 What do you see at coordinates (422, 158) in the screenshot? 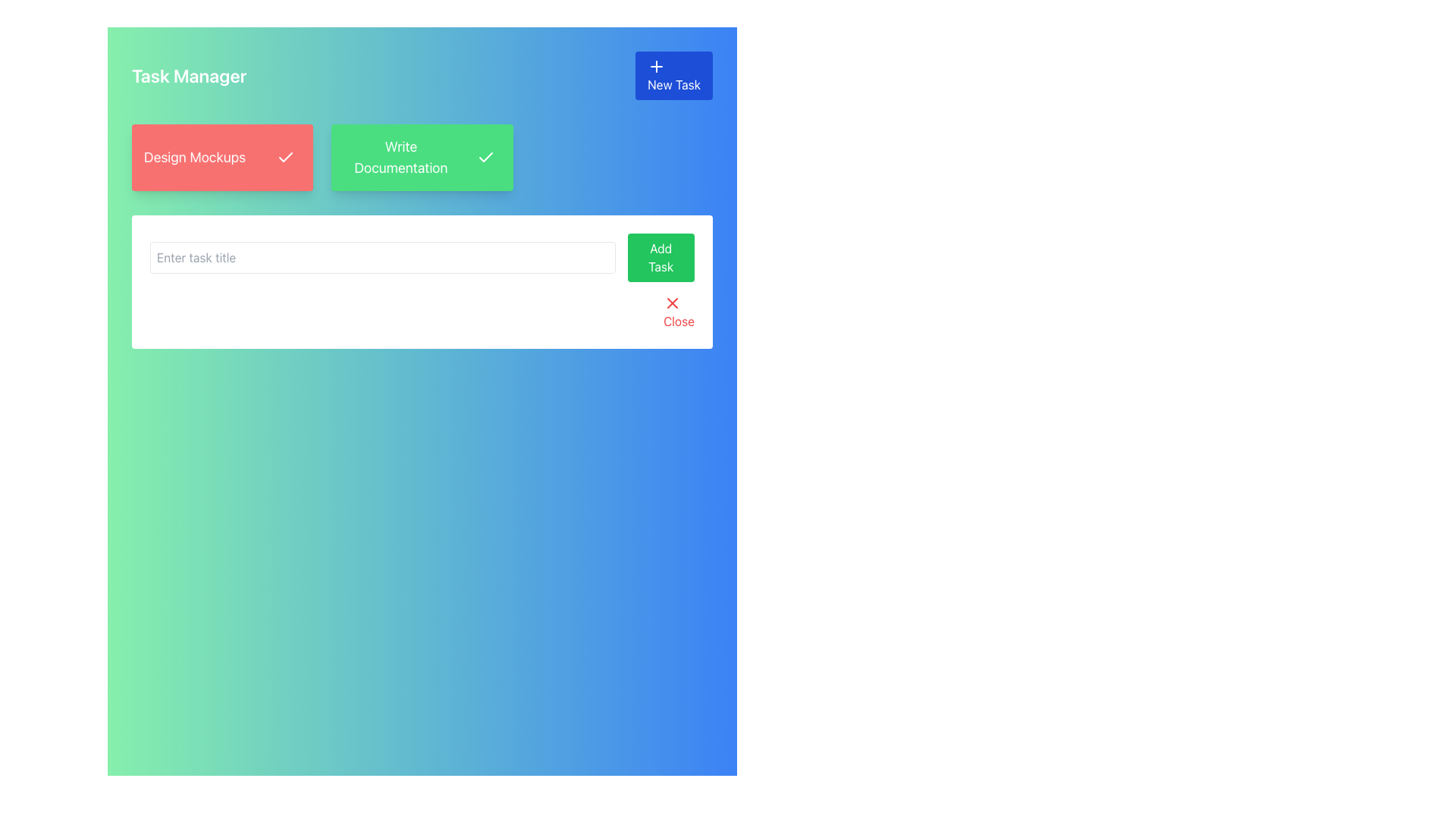
I see `the task card displaying 'Write Documentation' with a green background and a checkmark icon, which is the second element in the horizontal task list` at bounding box center [422, 158].